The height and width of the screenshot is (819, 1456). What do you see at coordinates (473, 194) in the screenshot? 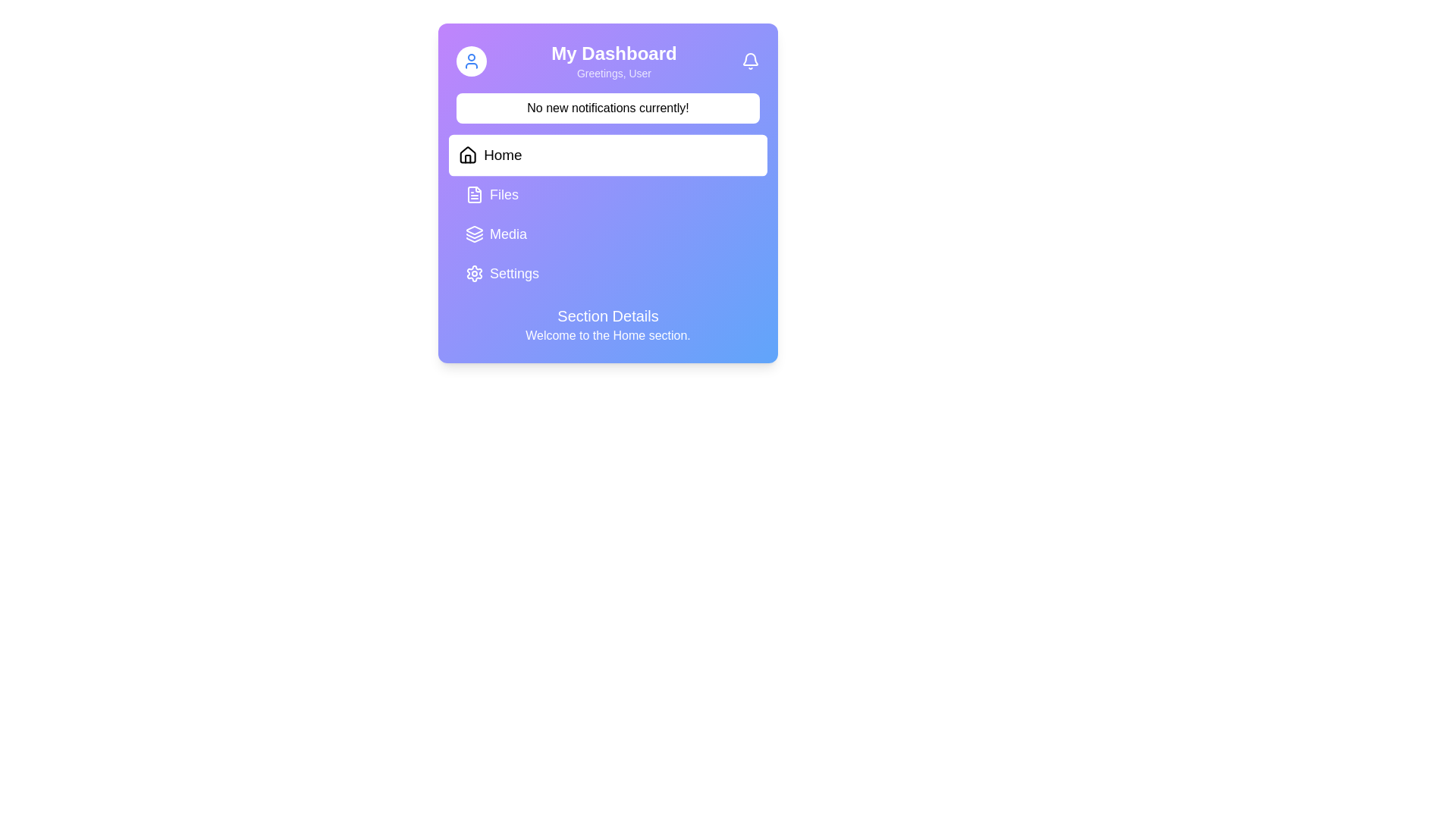
I see `the 'Files' icon in the navigation menu` at bounding box center [473, 194].